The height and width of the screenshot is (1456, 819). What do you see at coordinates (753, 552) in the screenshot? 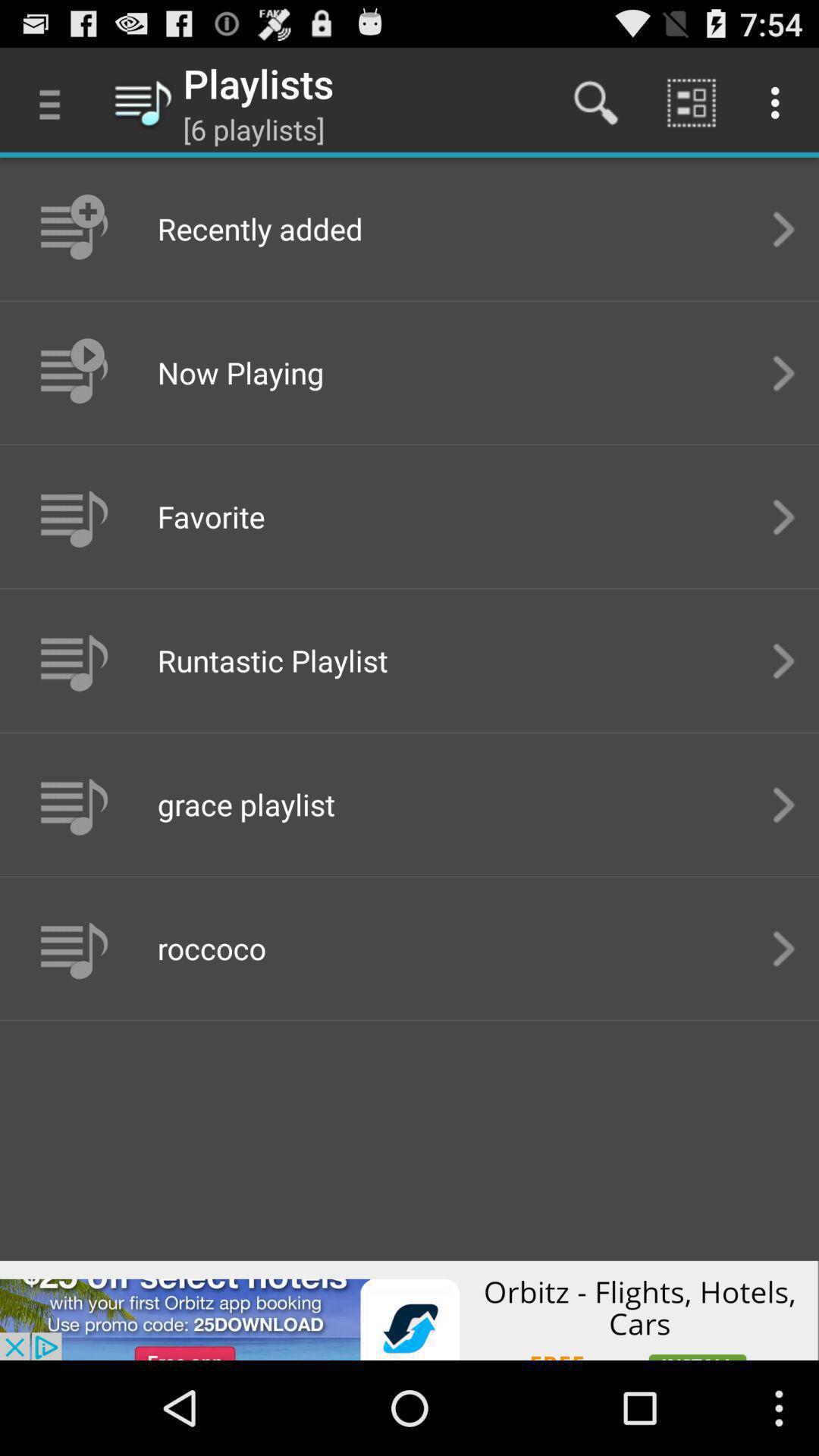
I see `the arrow_forward icon` at bounding box center [753, 552].